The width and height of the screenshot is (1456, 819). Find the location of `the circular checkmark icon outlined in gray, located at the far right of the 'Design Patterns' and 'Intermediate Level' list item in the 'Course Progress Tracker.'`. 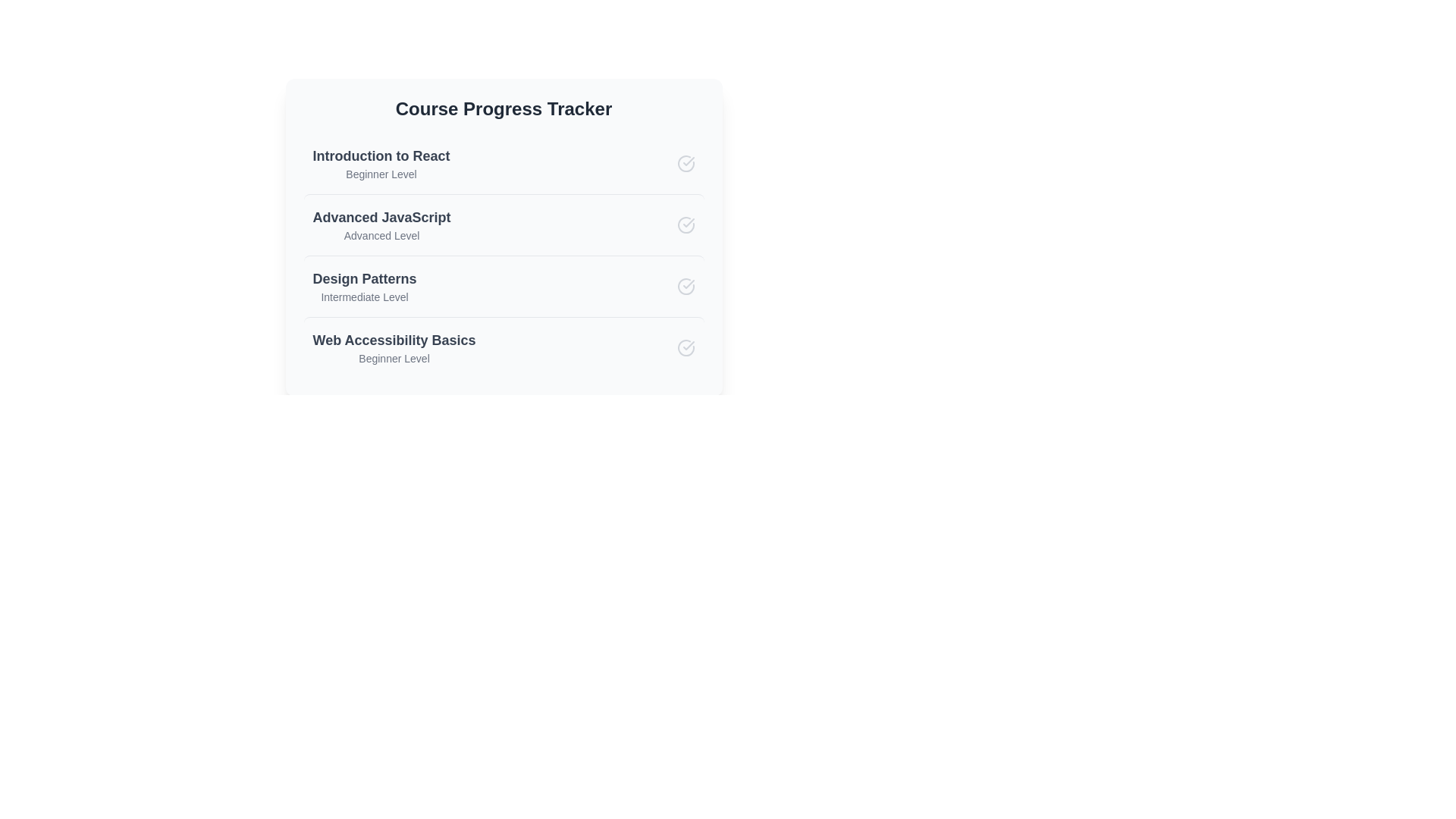

the circular checkmark icon outlined in gray, located at the far right of the 'Design Patterns' and 'Intermediate Level' list item in the 'Course Progress Tracker.' is located at coordinates (685, 287).